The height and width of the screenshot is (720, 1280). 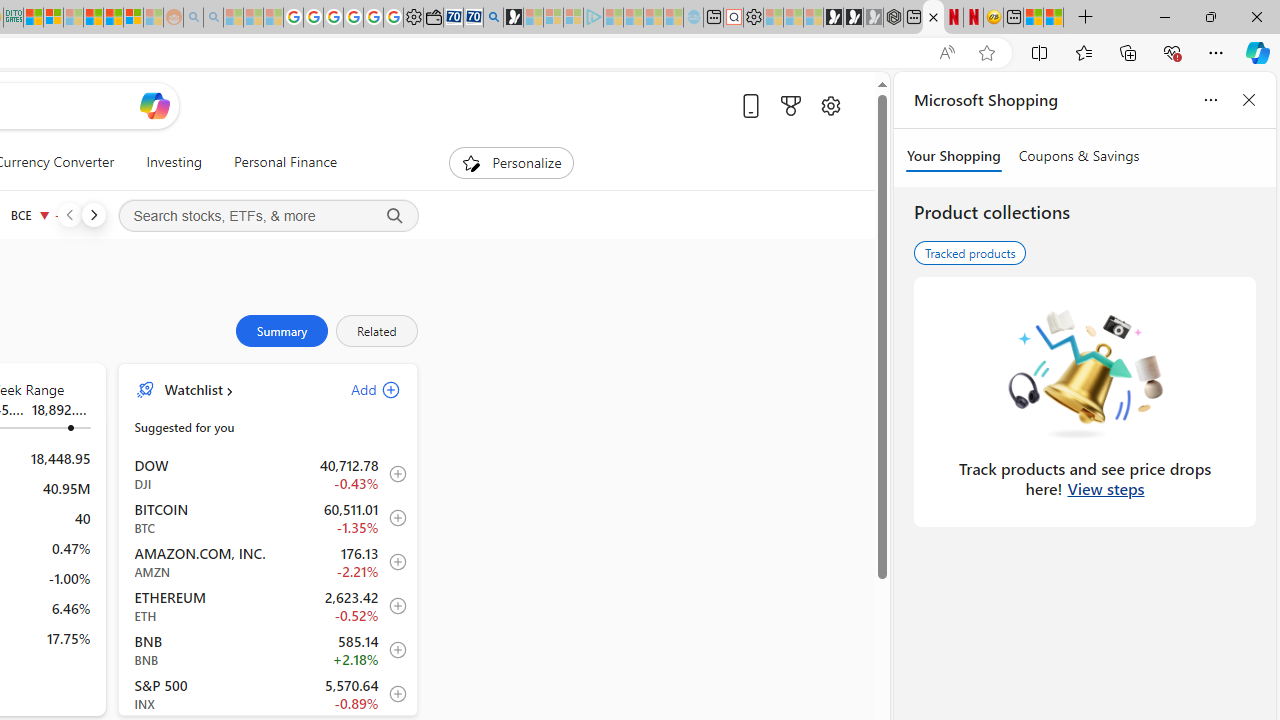 I want to click on 'Bing Real Estate - Home sales and rental listings', so click(x=493, y=17).